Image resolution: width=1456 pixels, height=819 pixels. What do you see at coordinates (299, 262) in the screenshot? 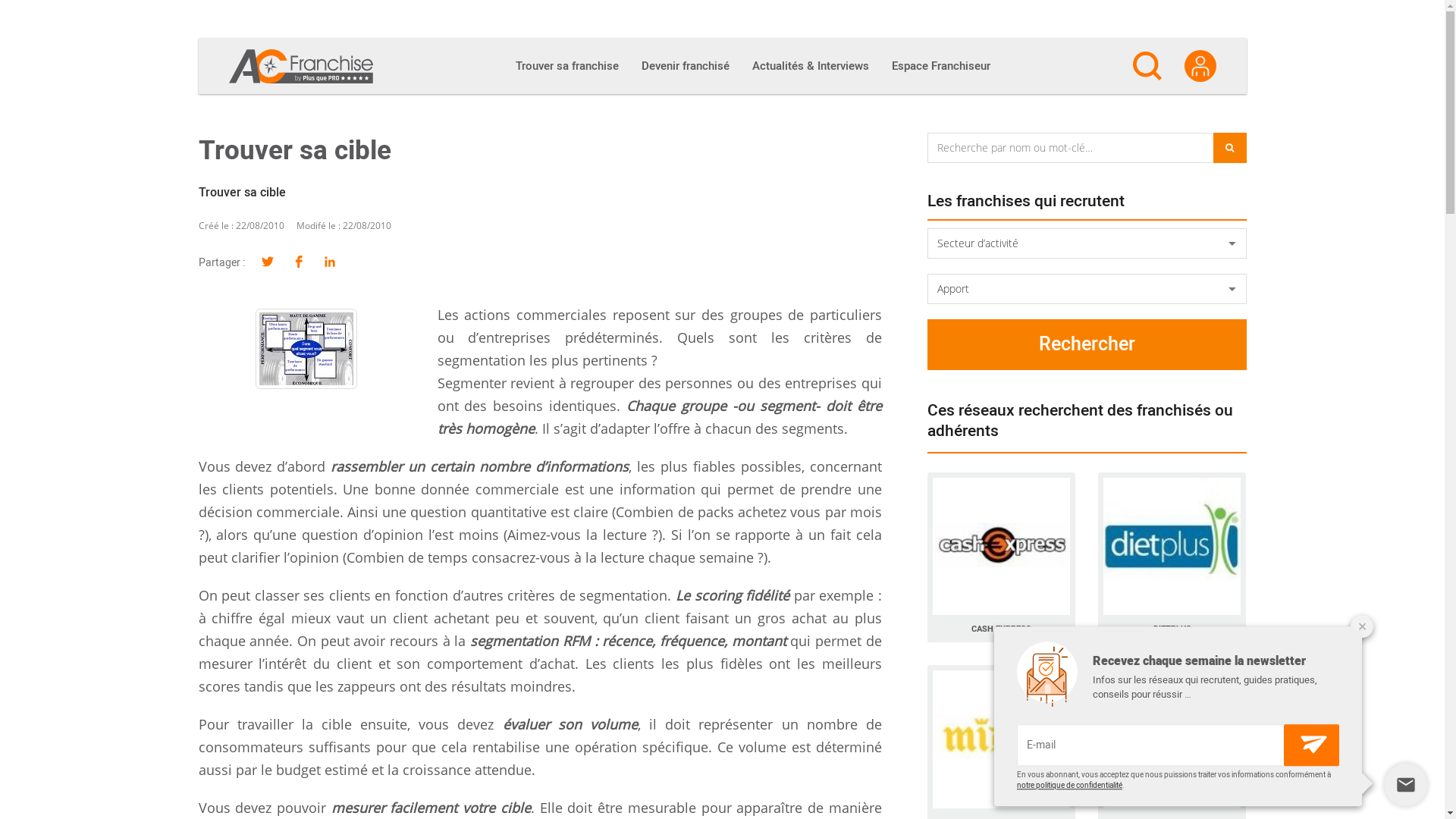
I see `'Share on Facebook'` at bounding box center [299, 262].